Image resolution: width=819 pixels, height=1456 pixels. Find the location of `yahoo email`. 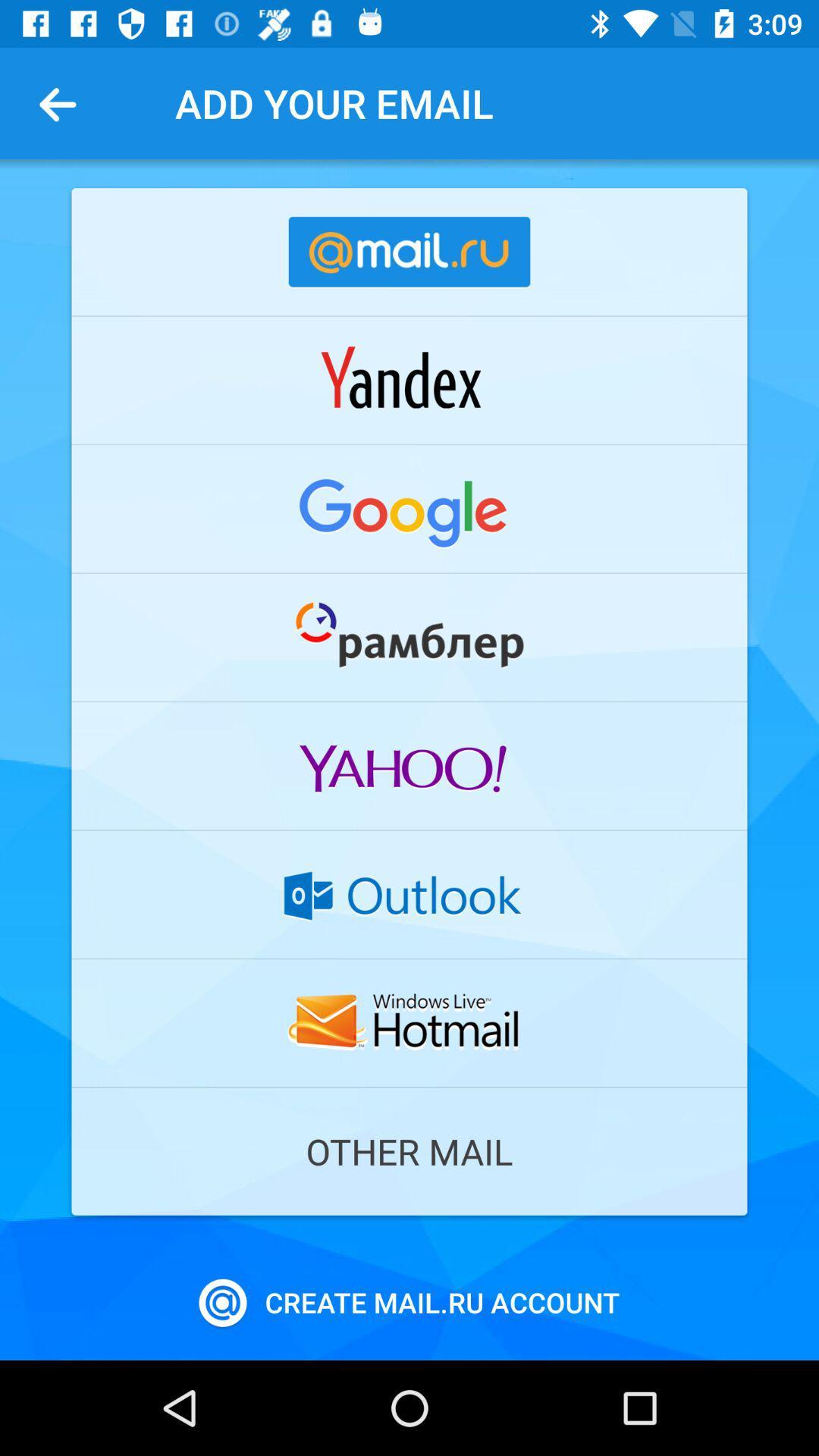

yahoo email is located at coordinates (409, 766).